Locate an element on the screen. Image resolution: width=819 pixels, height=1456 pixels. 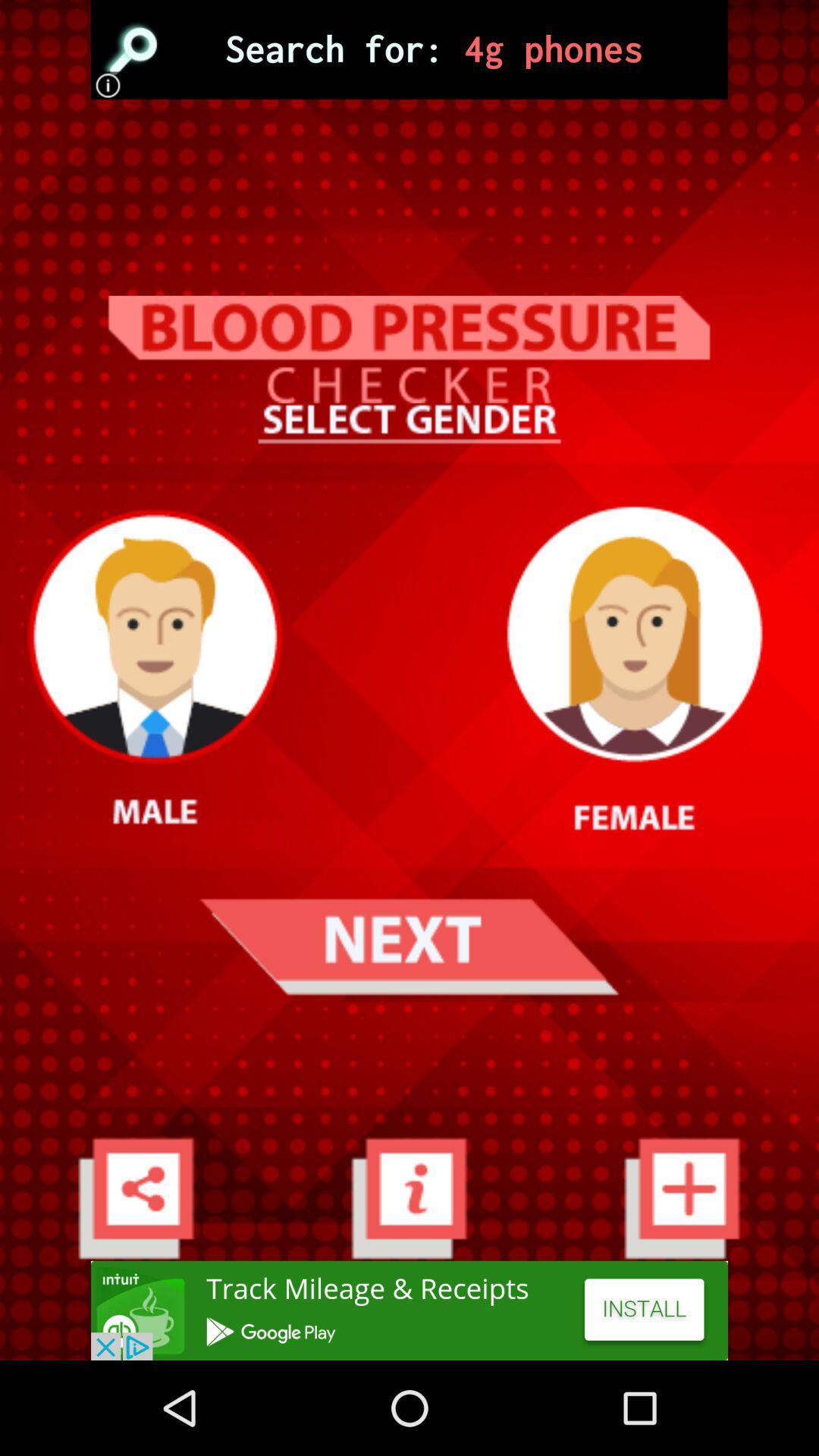
see information is located at coordinates (408, 1197).